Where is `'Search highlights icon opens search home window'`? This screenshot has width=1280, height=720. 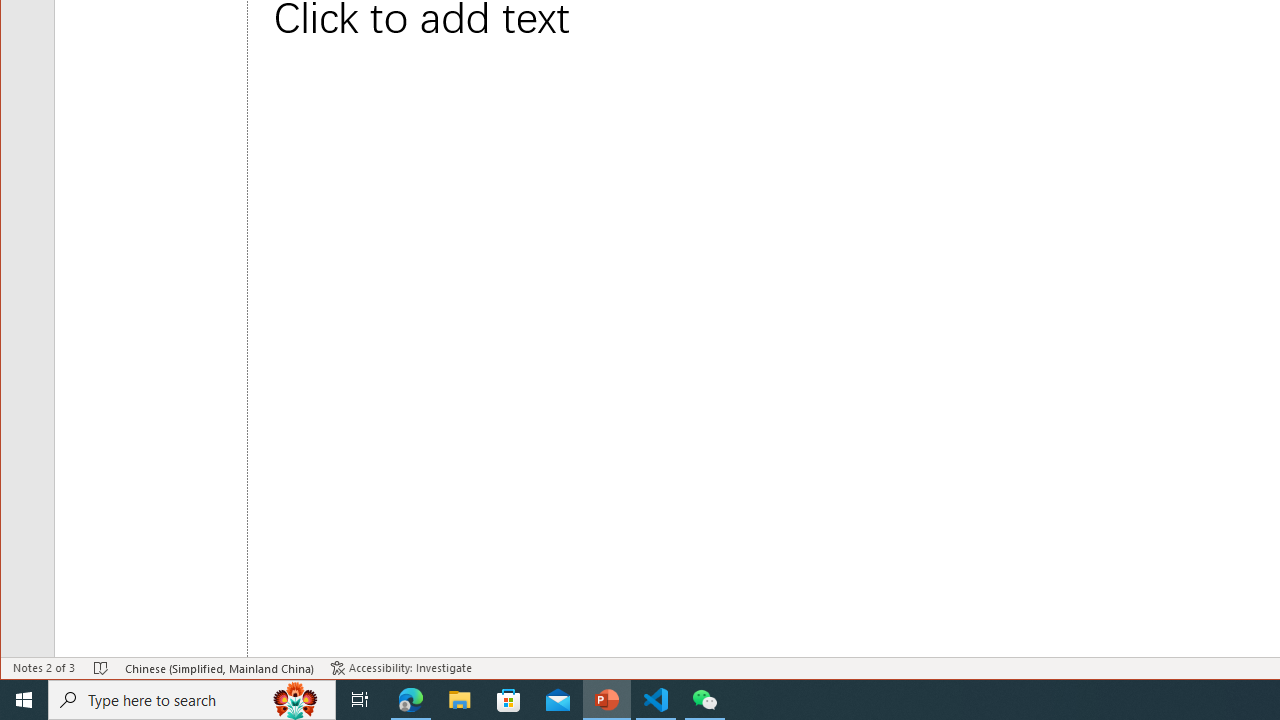 'Search highlights icon opens search home window' is located at coordinates (294, 698).